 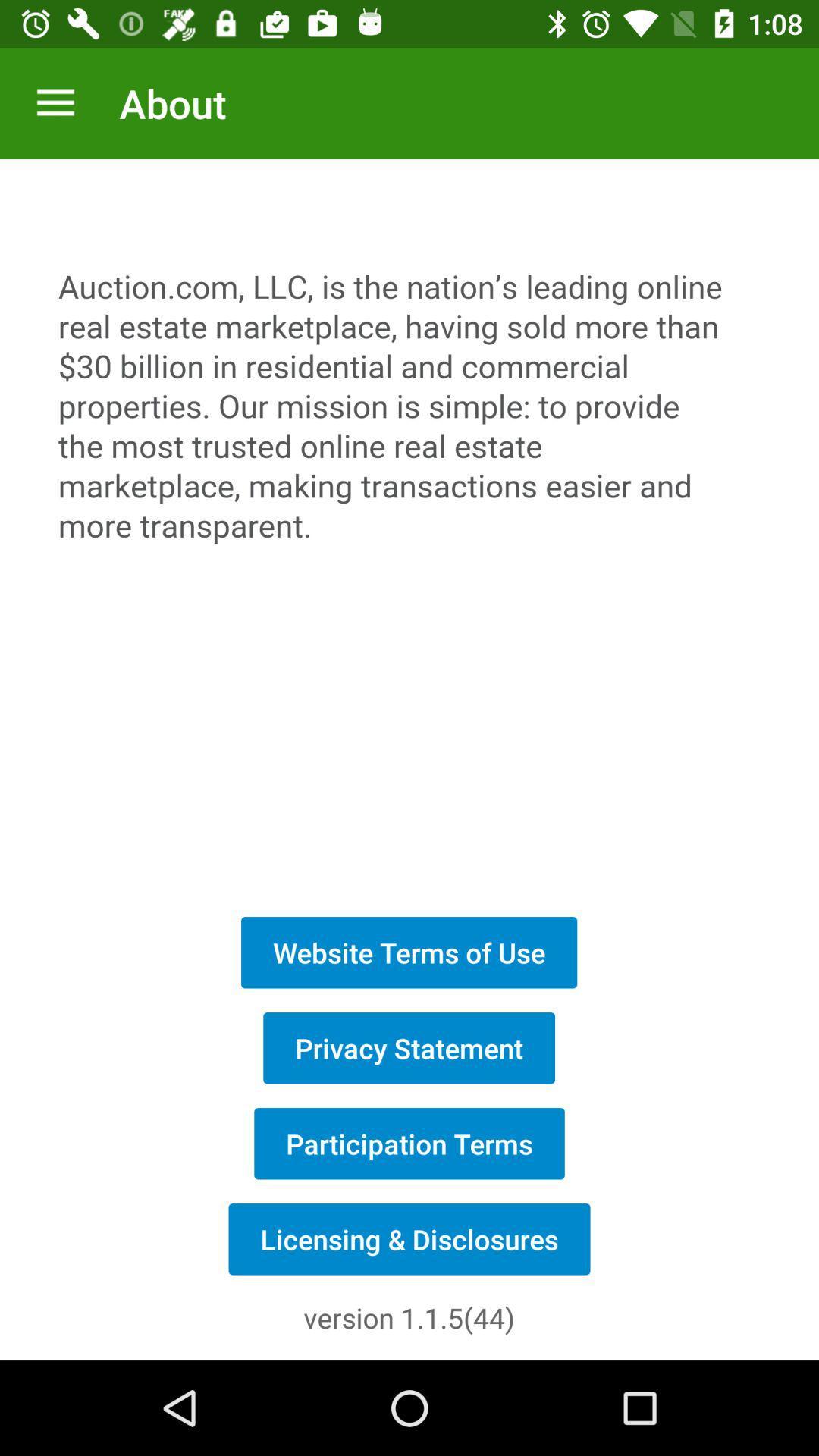 What do you see at coordinates (409, 529) in the screenshot?
I see `write text` at bounding box center [409, 529].